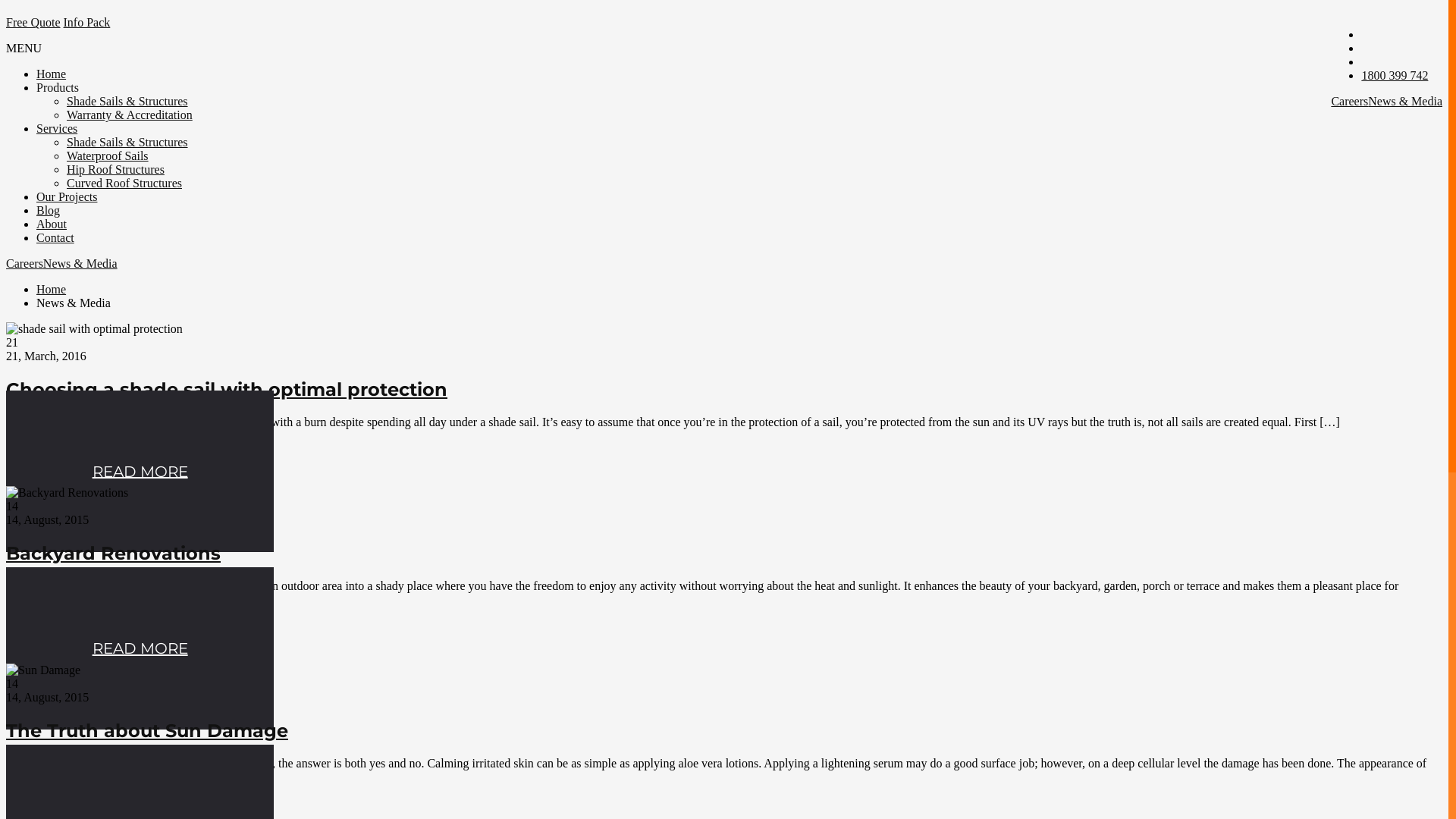 Image resolution: width=1456 pixels, height=819 pixels. What do you see at coordinates (65, 196) in the screenshot?
I see `'Our Projects'` at bounding box center [65, 196].